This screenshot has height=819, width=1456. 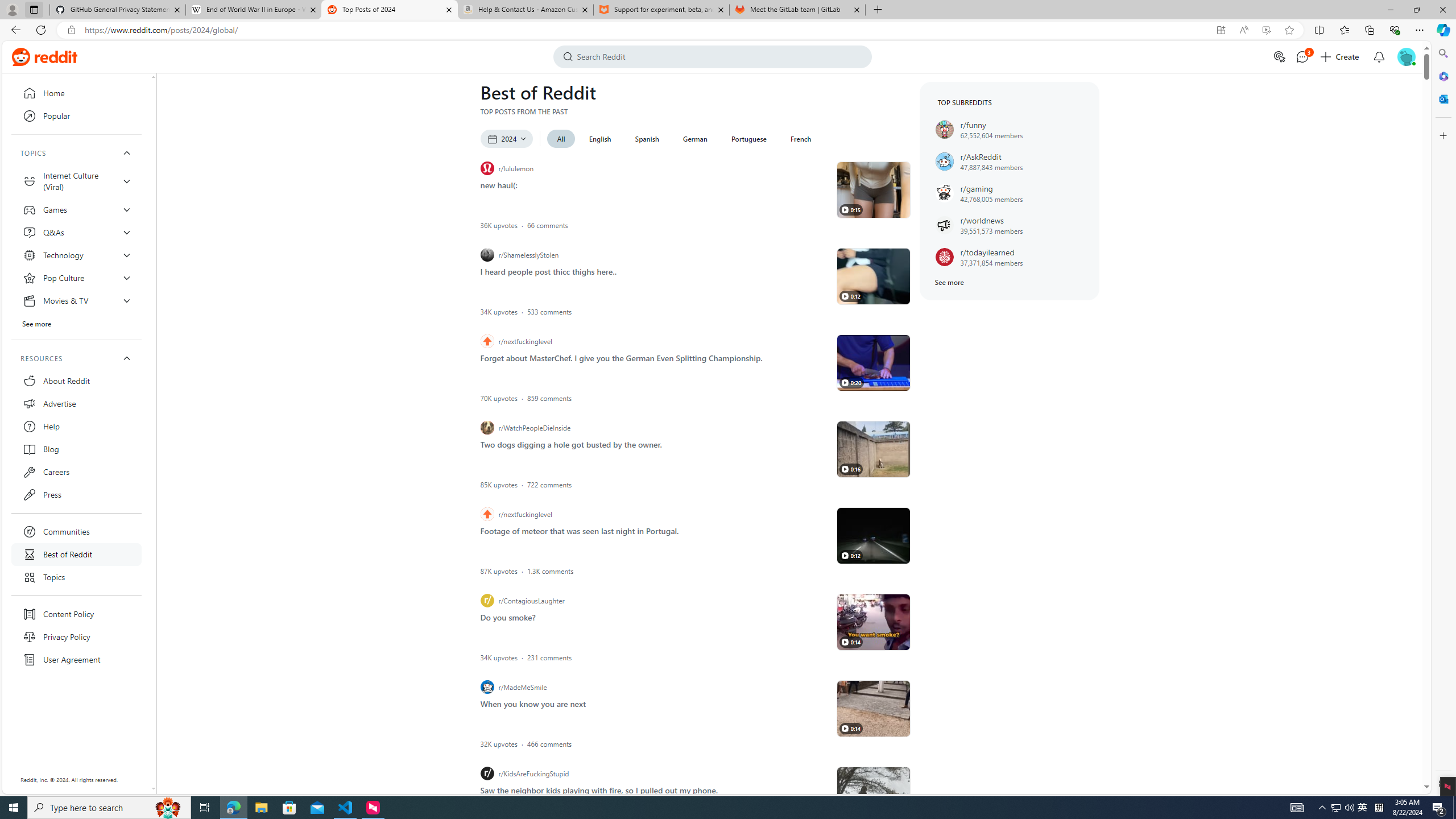 What do you see at coordinates (1009, 129) in the screenshot?
I see `'r/funny 62,552,604 members'` at bounding box center [1009, 129].